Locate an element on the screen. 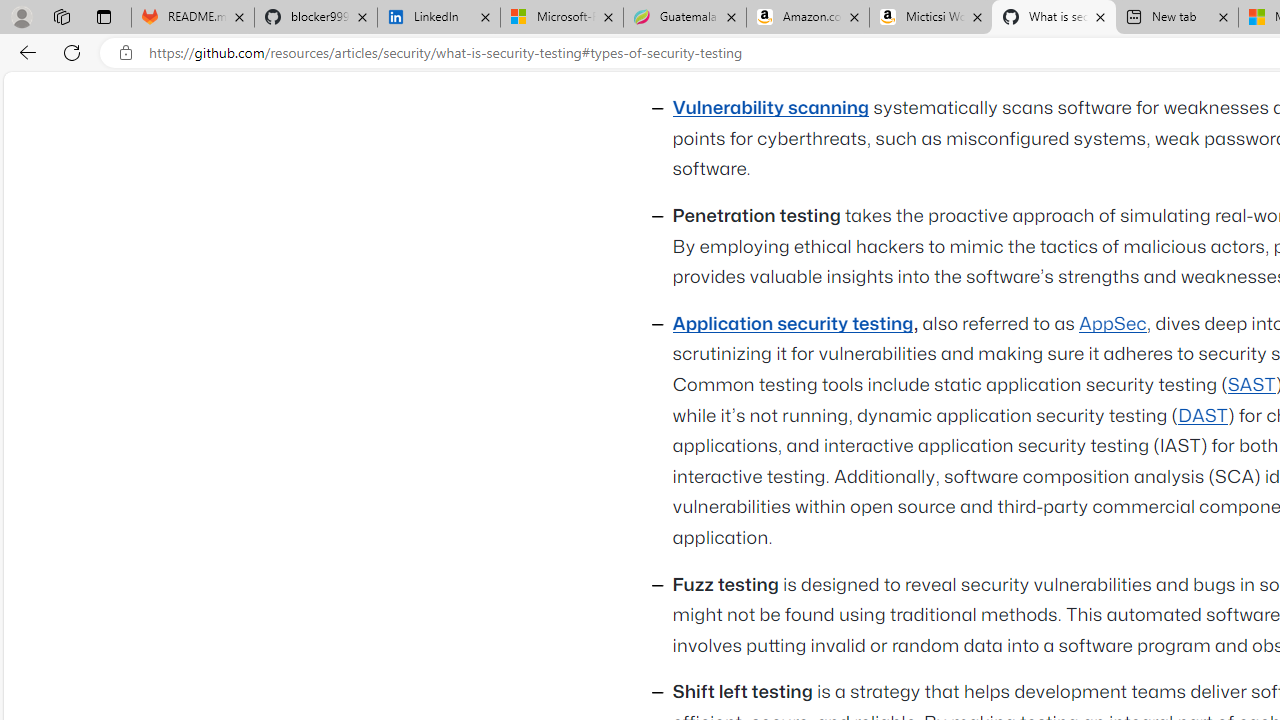 The width and height of the screenshot is (1280, 720). 'Vulnerability scanning' is located at coordinates (770, 109).